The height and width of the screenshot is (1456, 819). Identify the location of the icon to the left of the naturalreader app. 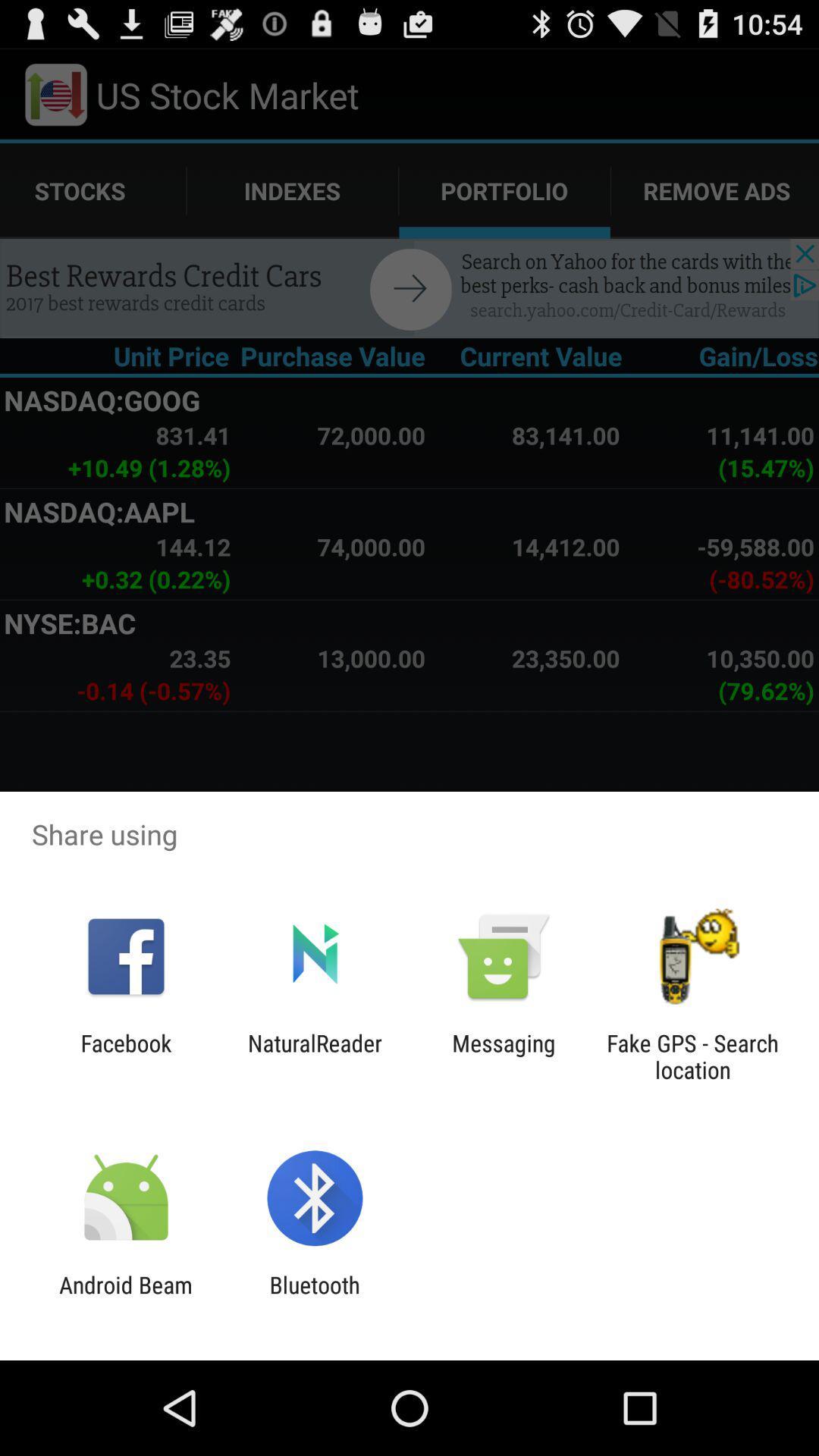
(125, 1056).